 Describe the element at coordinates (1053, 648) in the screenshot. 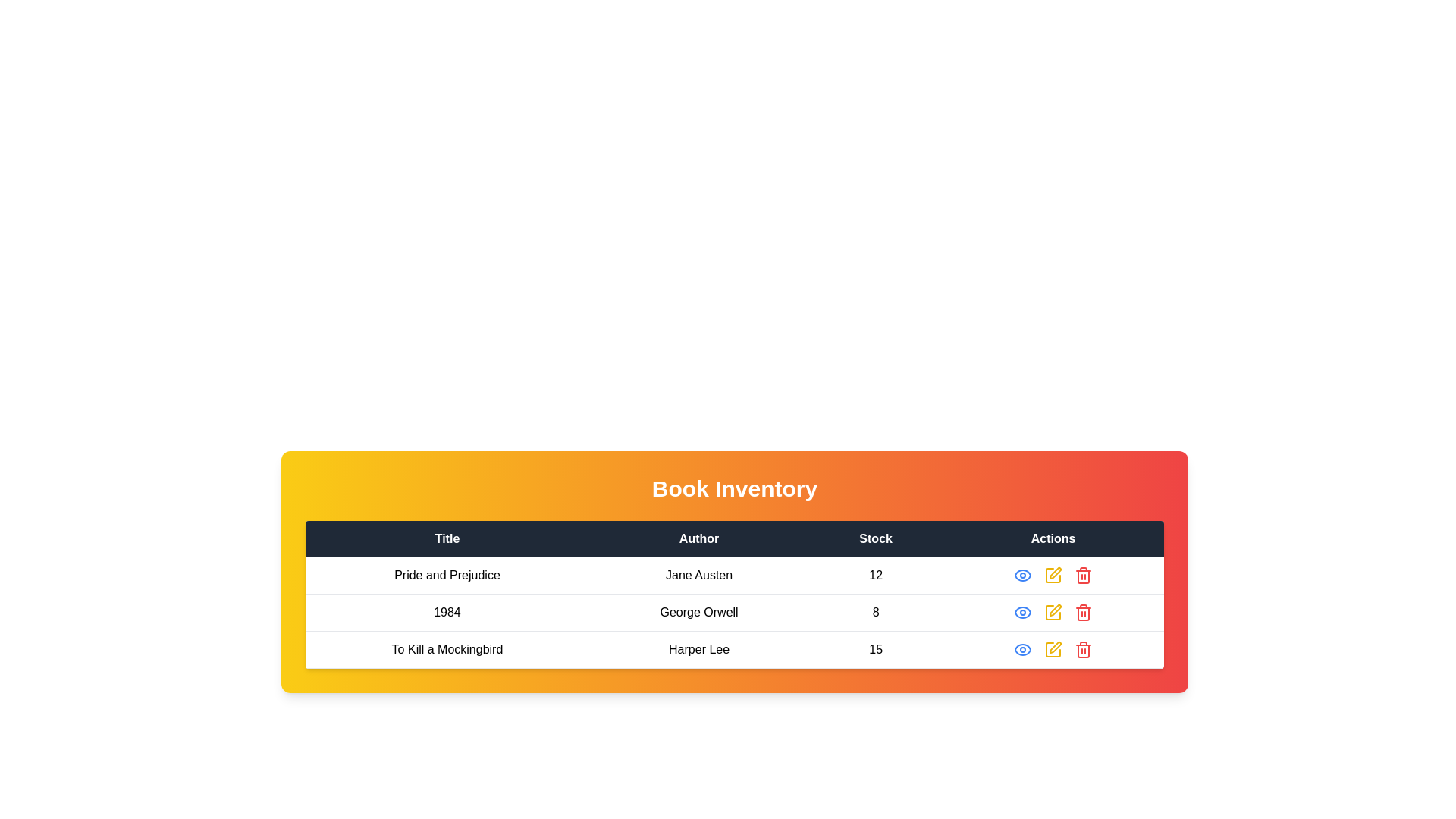

I see `the 'Edit' button located in the 'Actions' column of the third row of the table to initiate editing for the book 'To Kill a Mockingbird'` at that location.